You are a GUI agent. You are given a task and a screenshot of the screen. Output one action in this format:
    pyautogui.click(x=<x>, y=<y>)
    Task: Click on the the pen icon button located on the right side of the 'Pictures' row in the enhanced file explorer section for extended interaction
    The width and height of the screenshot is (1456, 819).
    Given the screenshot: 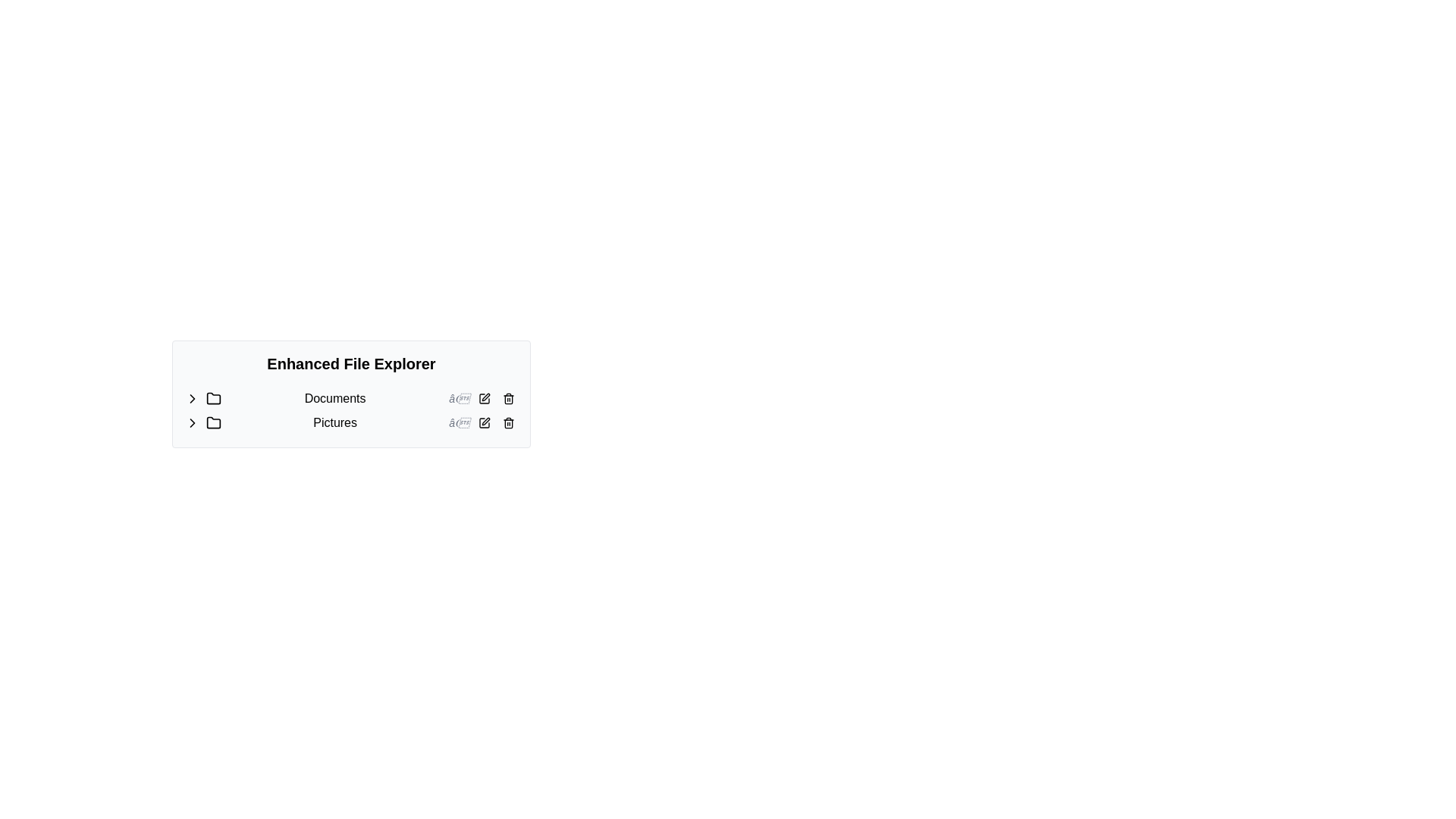 What is the action you would take?
    pyautogui.click(x=486, y=397)
    